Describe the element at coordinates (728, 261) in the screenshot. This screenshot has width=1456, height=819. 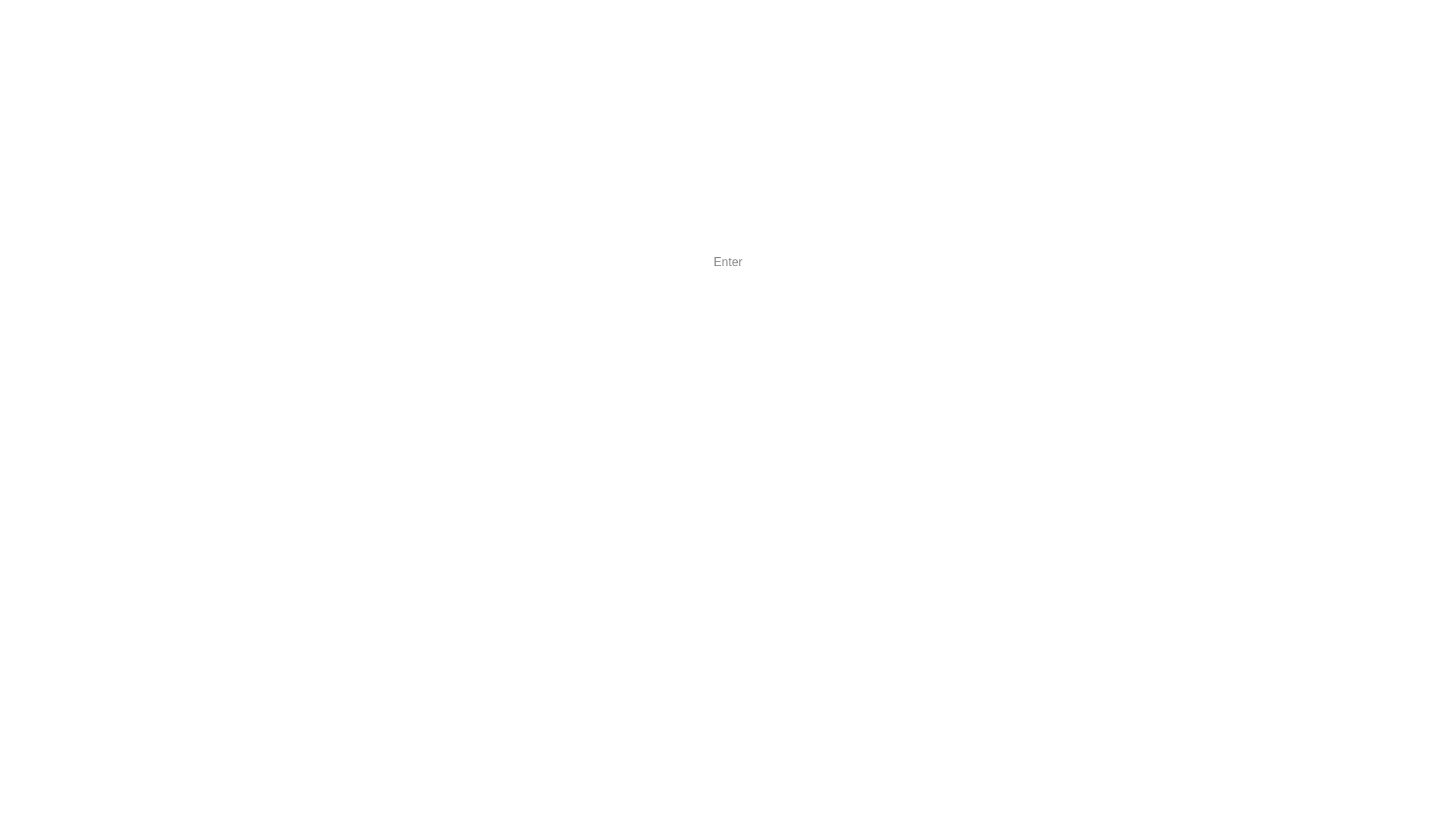
I see `'Enter'` at that location.